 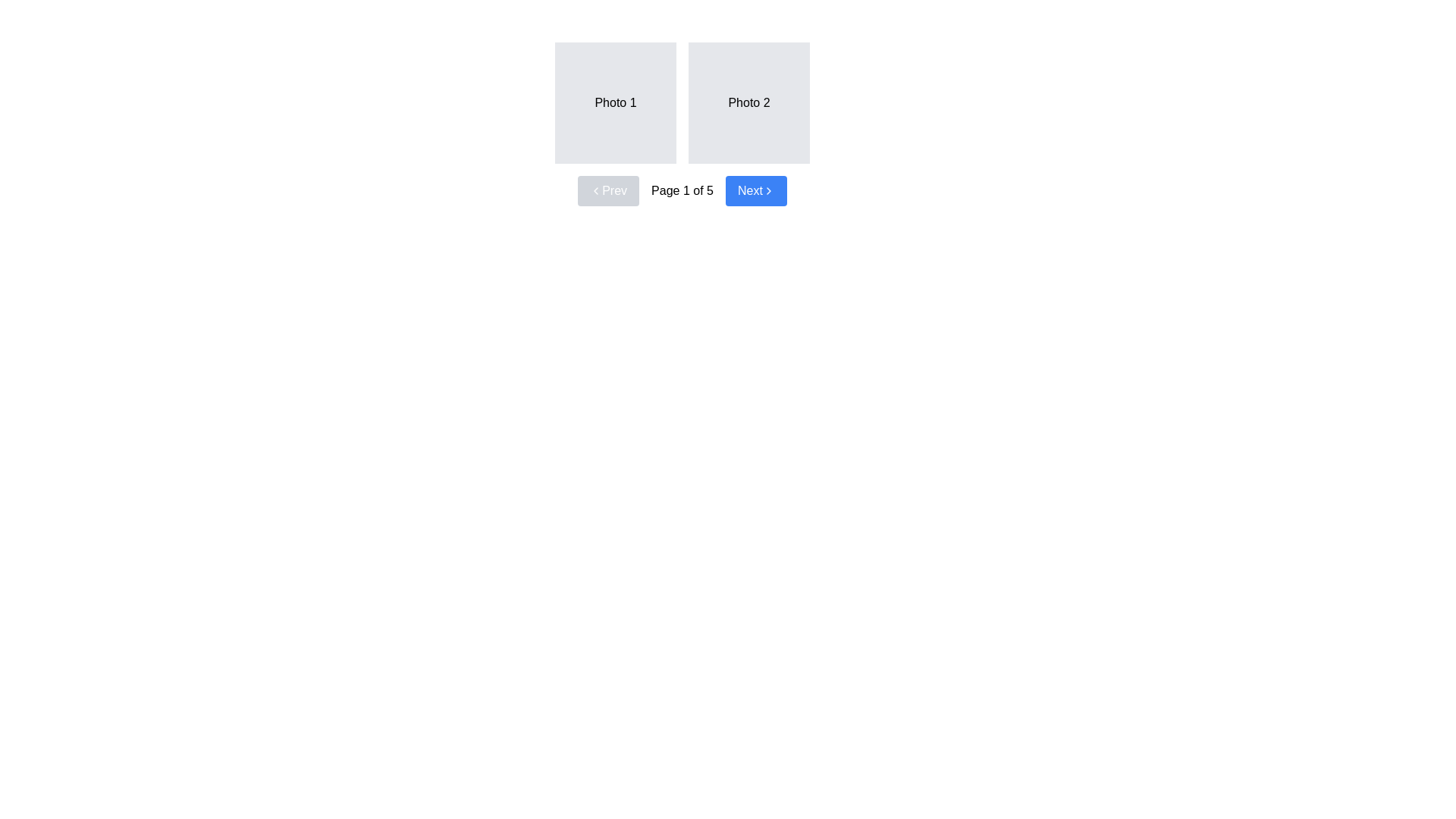 I want to click on the static pagination status label located between the 'Prev' and 'Next' buttons, so click(x=681, y=190).